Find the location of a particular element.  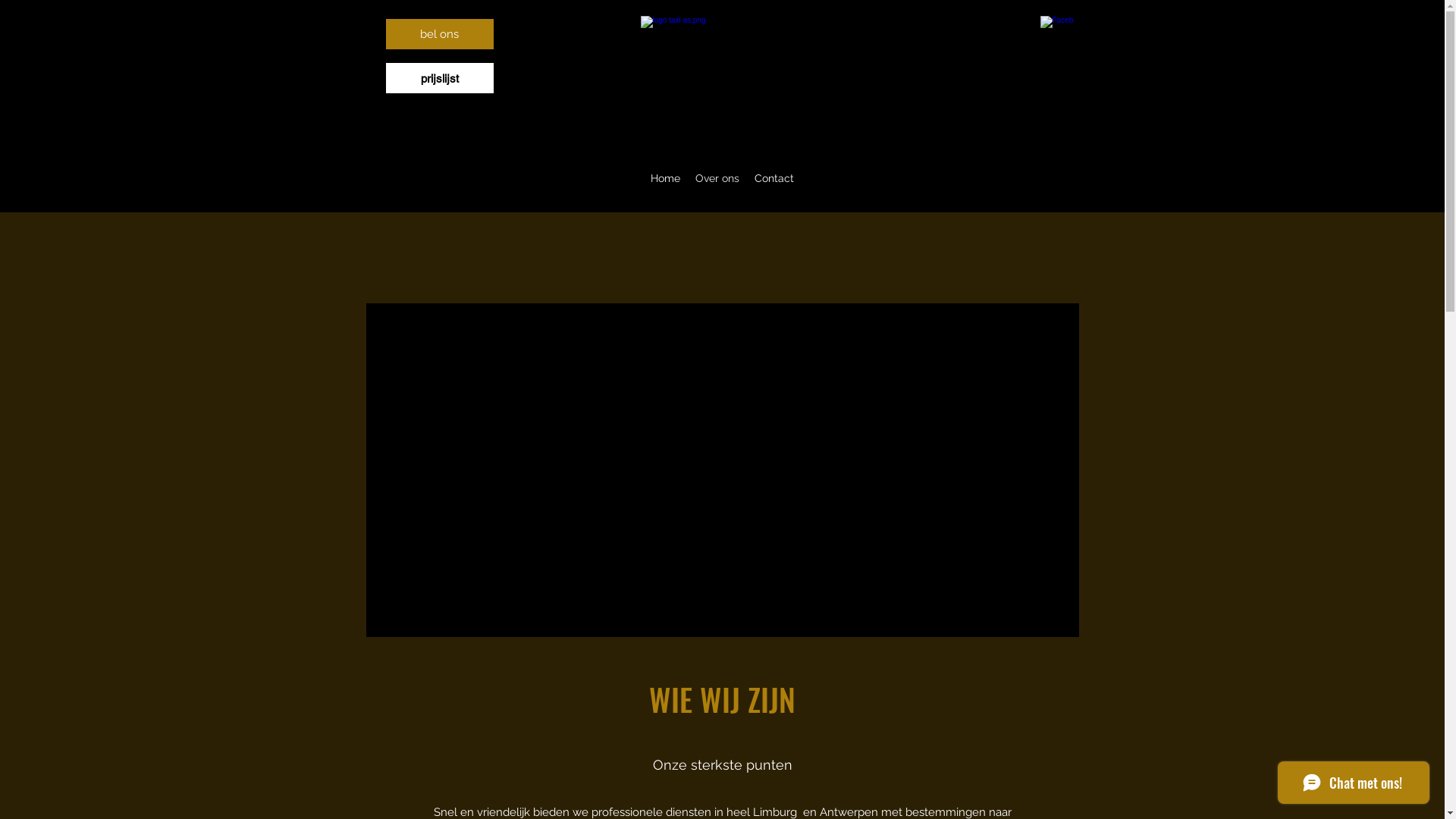

'bel ons' is located at coordinates (438, 34).